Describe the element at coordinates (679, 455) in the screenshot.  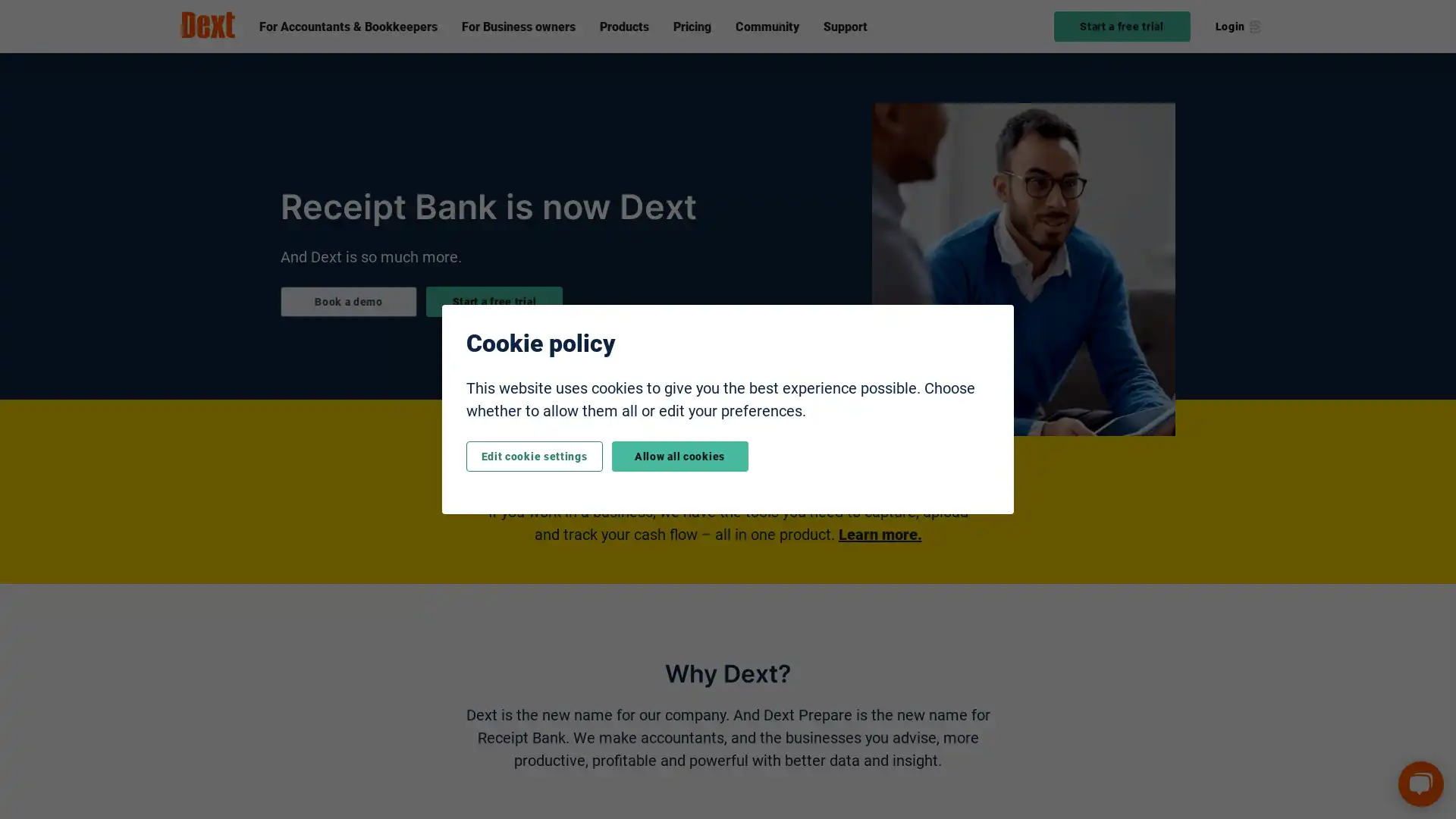
I see `Allow all cookies` at that location.